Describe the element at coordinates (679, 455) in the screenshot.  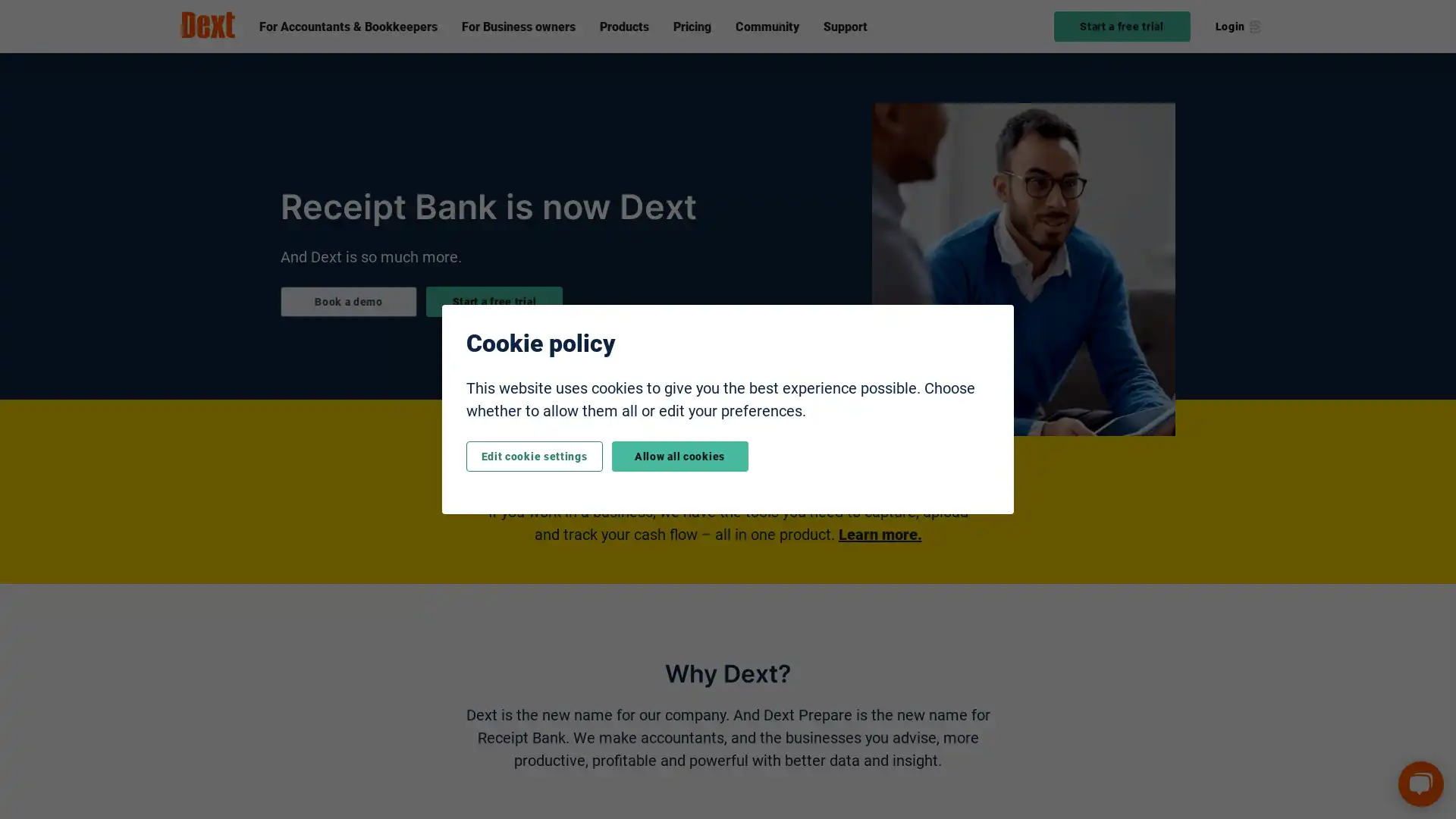
I see `Allow all cookies` at that location.